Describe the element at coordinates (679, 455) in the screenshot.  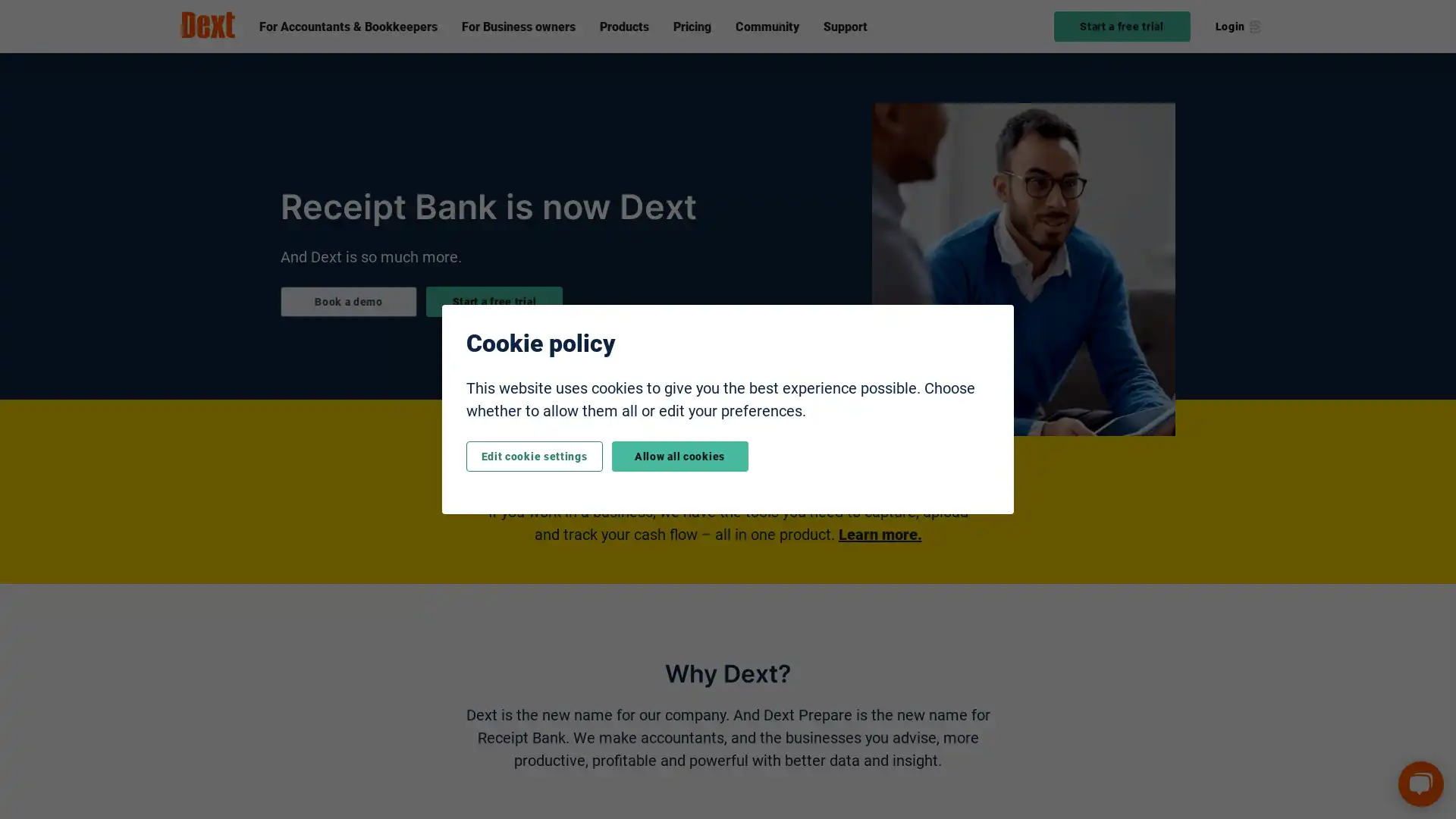
I see `Allow all cookies` at that location.